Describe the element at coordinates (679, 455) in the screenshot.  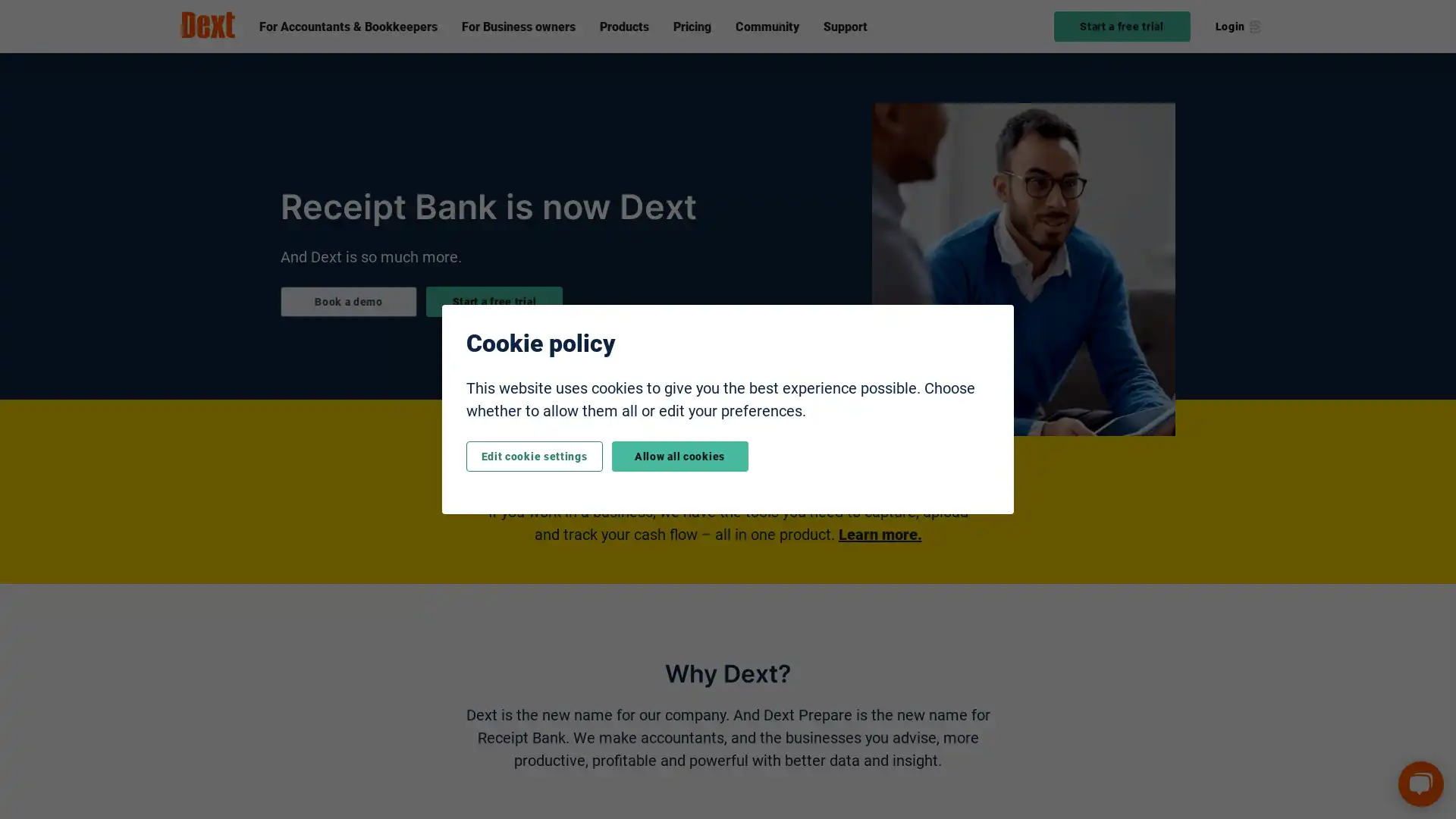
I see `Allow all cookies` at that location.